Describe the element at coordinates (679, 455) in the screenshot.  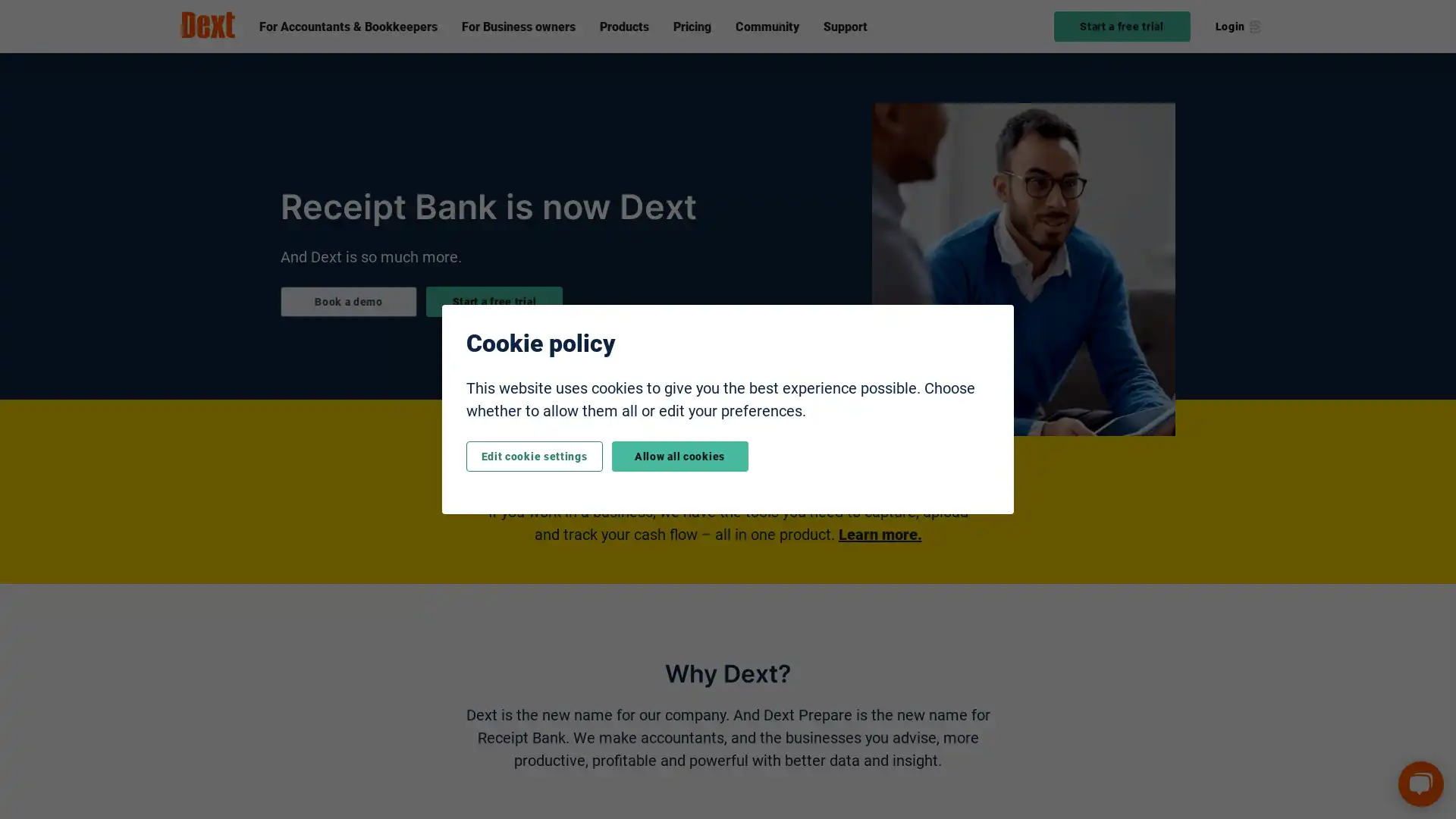
I see `Allow all cookies` at that location.